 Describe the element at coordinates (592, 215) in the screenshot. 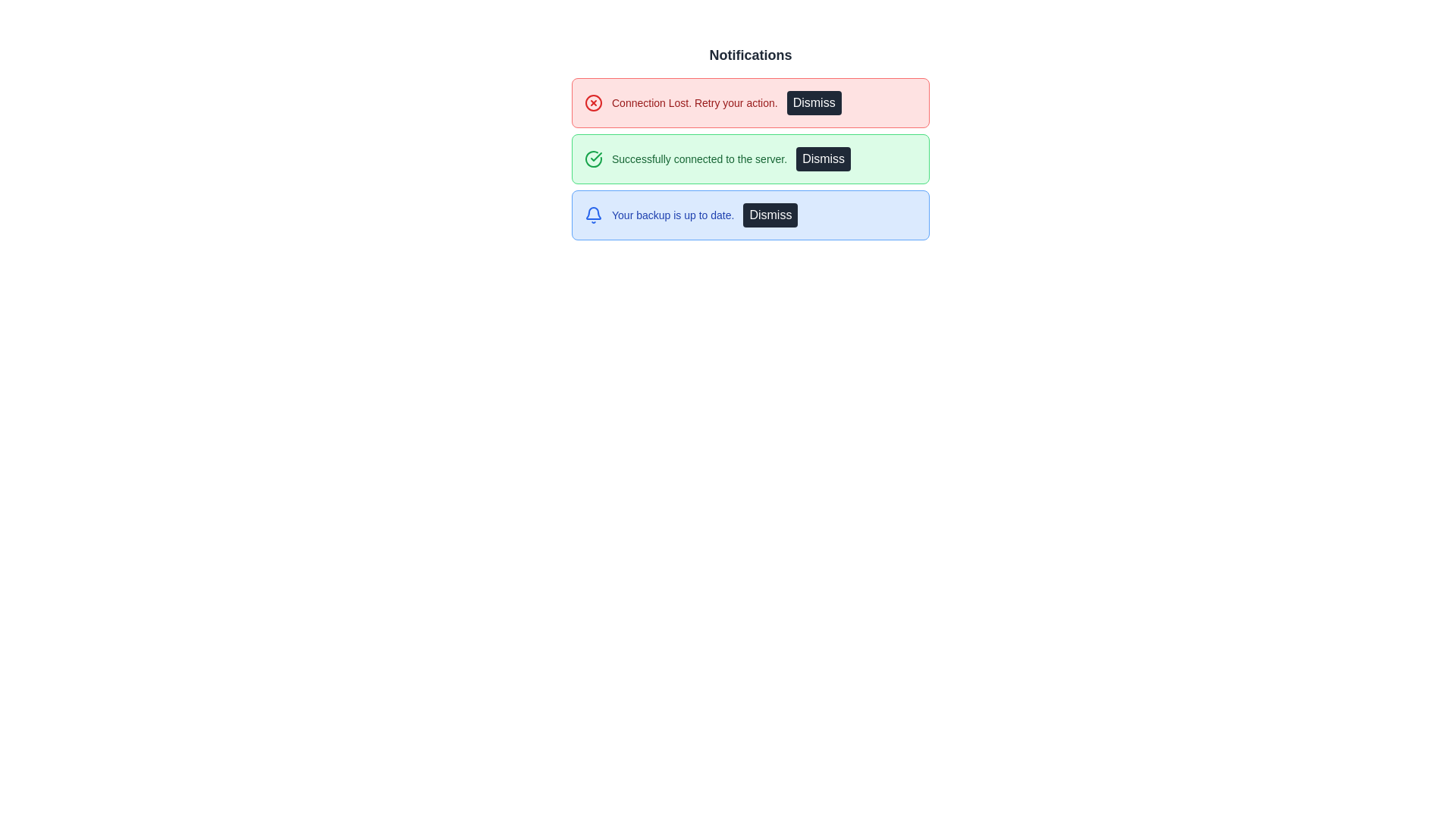

I see `the blue bell icon located at the leftmost part of the notification card stating 'Your backup is up to date.'` at that location.